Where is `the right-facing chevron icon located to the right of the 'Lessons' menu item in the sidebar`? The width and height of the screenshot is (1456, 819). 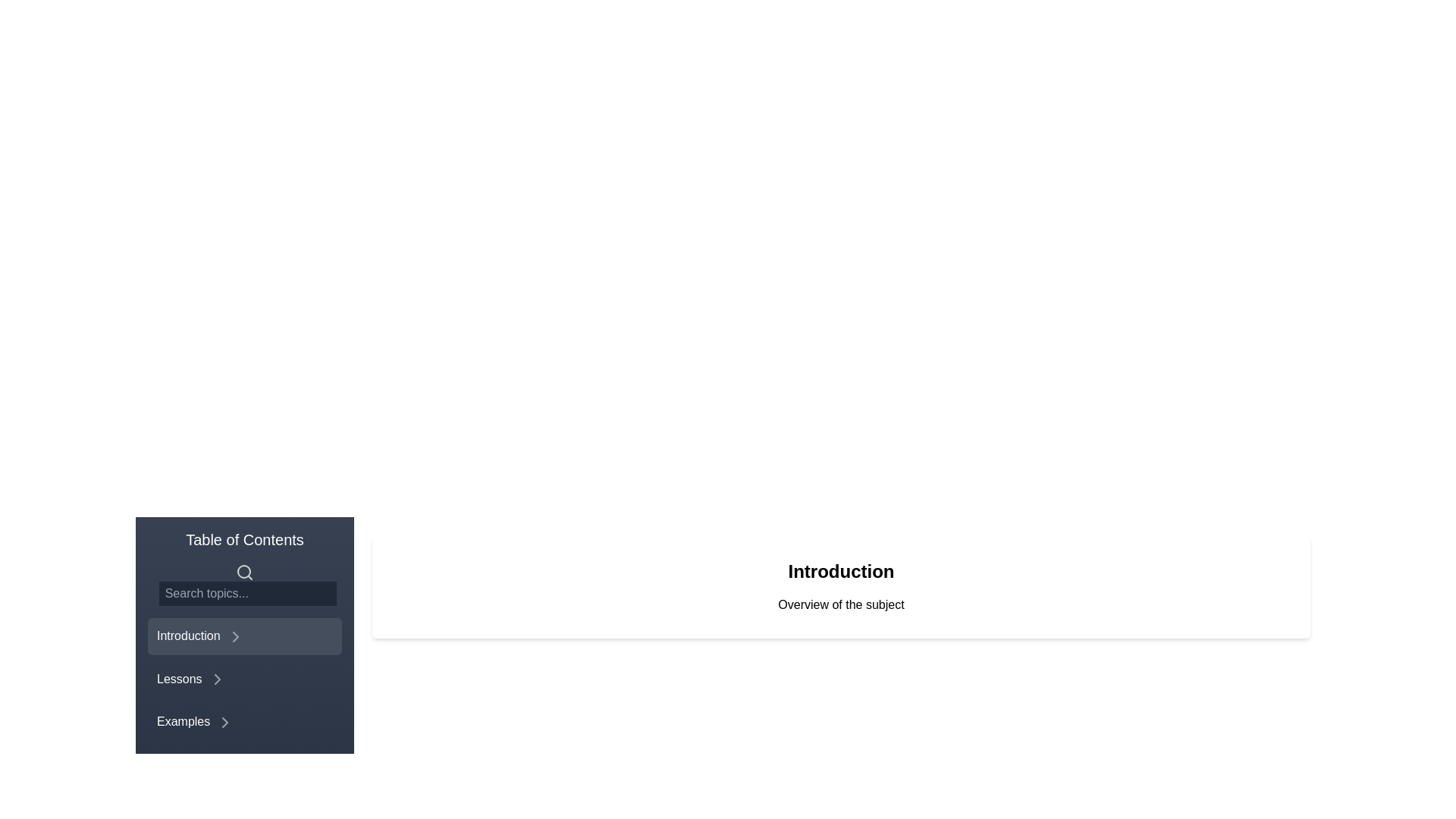 the right-facing chevron icon located to the right of the 'Lessons' menu item in the sidebar is located at coordinates (216, 679).